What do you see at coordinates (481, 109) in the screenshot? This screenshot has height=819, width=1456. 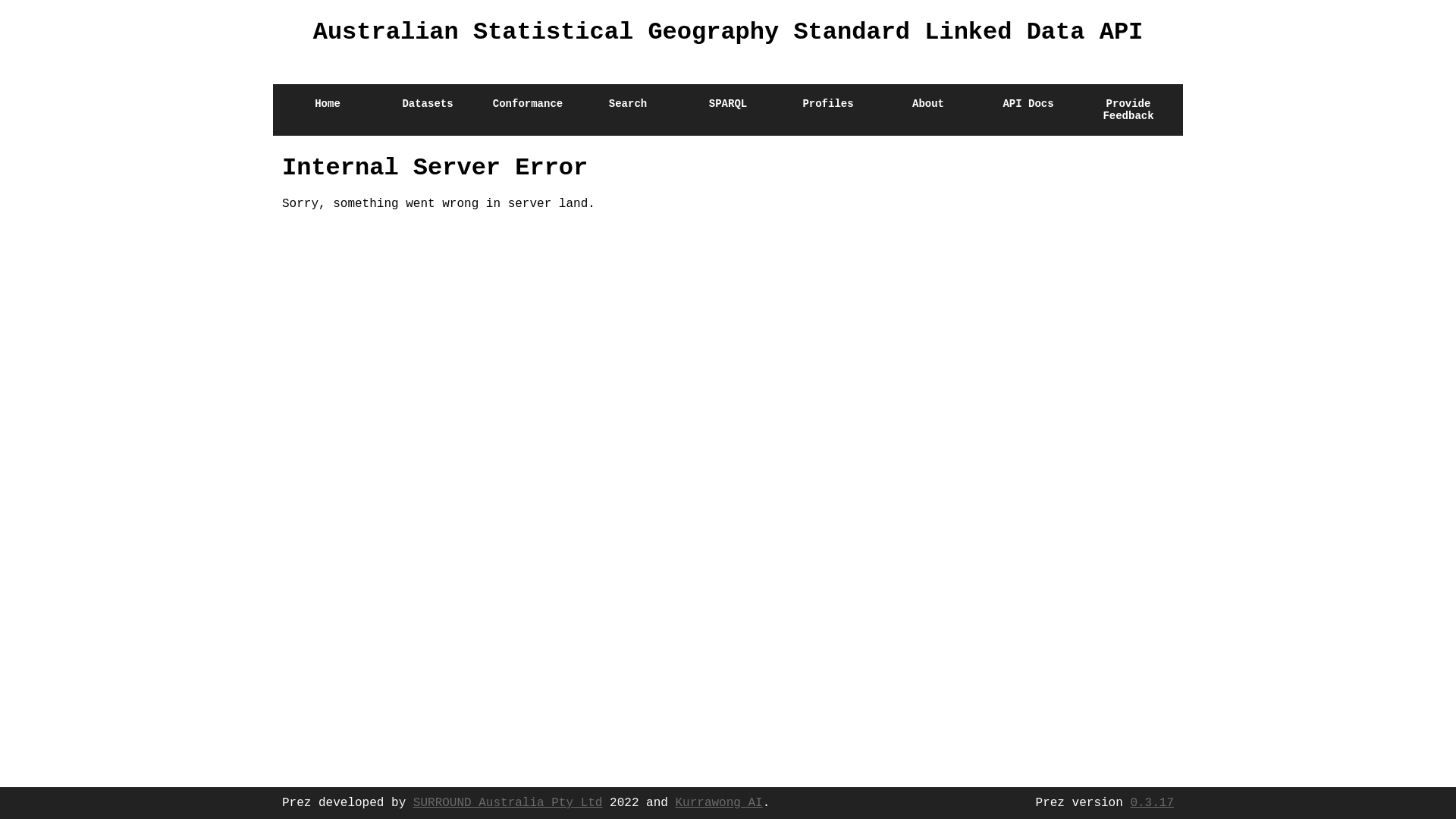 I see `'Conformance'` at bounding box center [481, 109].